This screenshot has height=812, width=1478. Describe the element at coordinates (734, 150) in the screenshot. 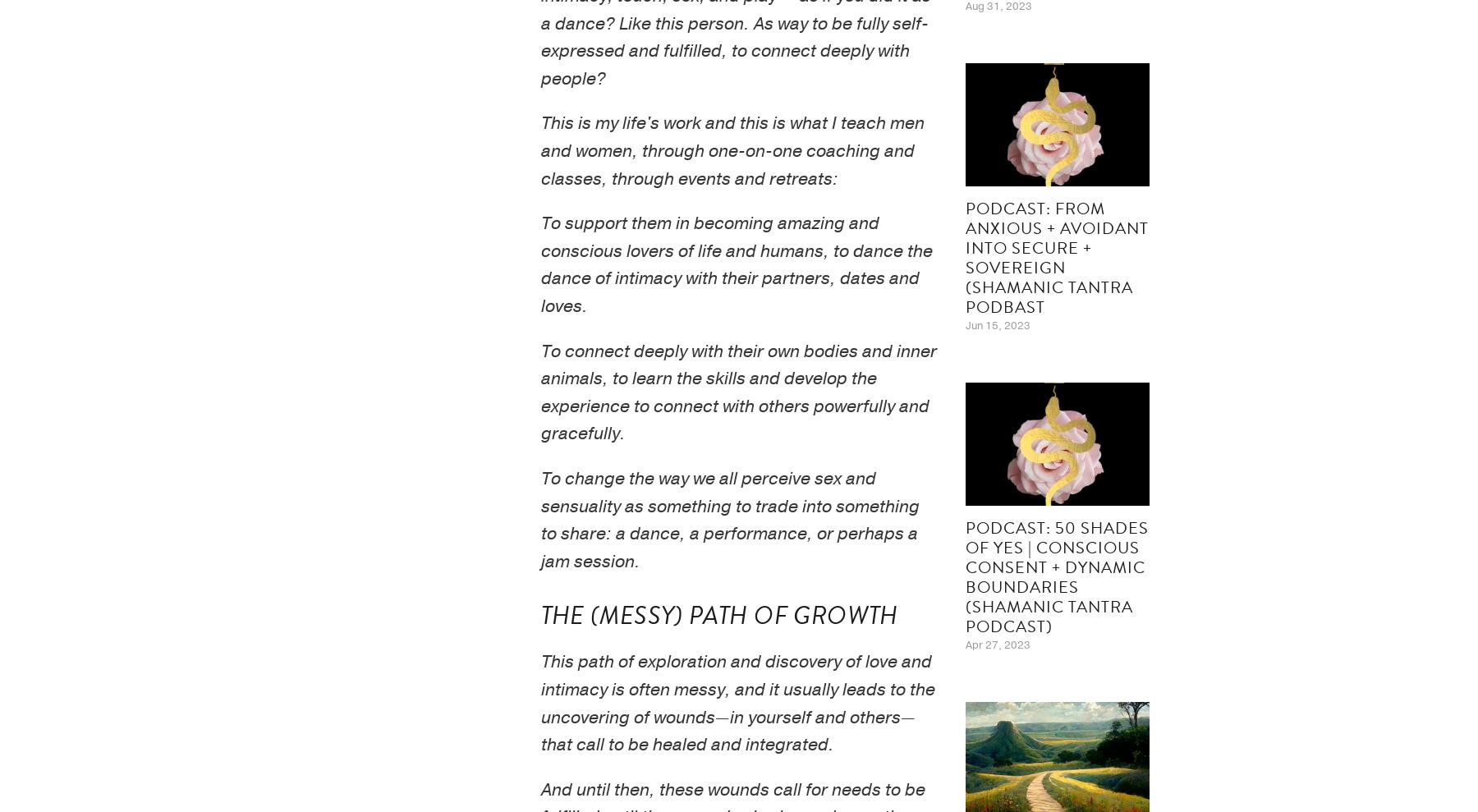

I see `'This is my life's work and this is what I teach men and women, through one-on-one coaching and classes, through events and retreats:'` at that location.